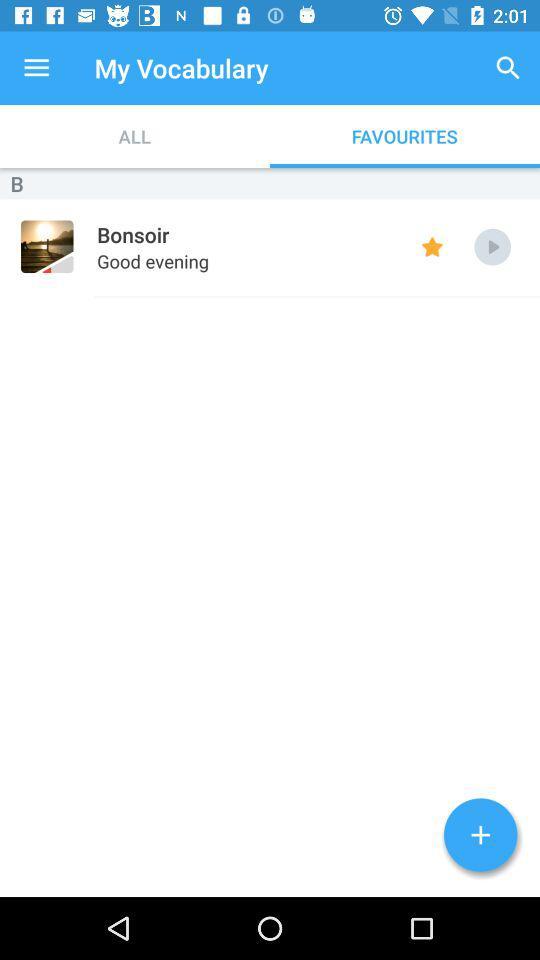  What do you see at coordinates (479, 835) in the screenshot?
I see `word` at bounding box center [479, 835].